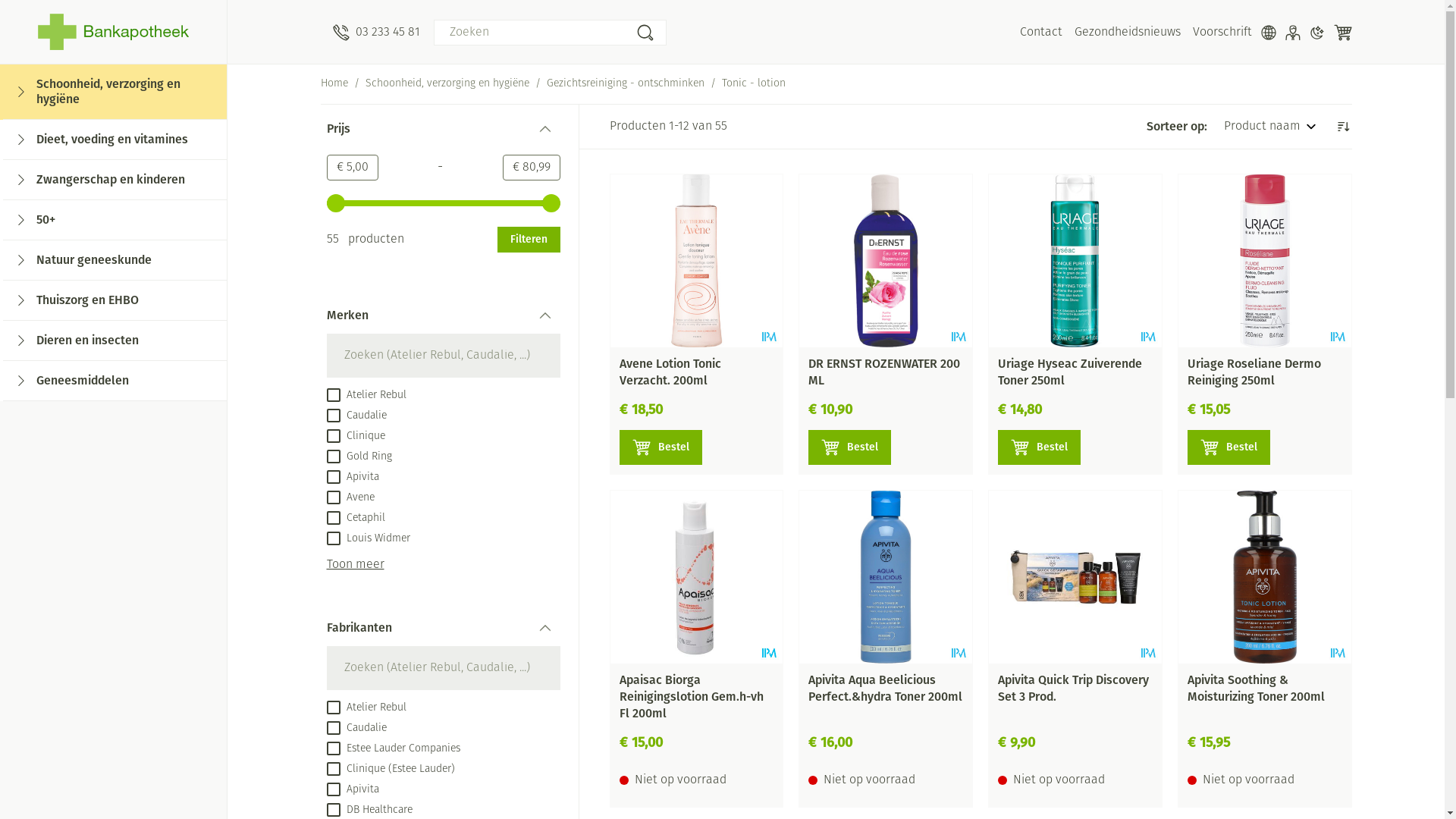 Image resolution: width=1456 pixels, height=819 pixels. What do you see at coordinates (114, 179) in the screenshot?
I see `'Zwangerschap en kinderen'` at bounding box center [114, 179].